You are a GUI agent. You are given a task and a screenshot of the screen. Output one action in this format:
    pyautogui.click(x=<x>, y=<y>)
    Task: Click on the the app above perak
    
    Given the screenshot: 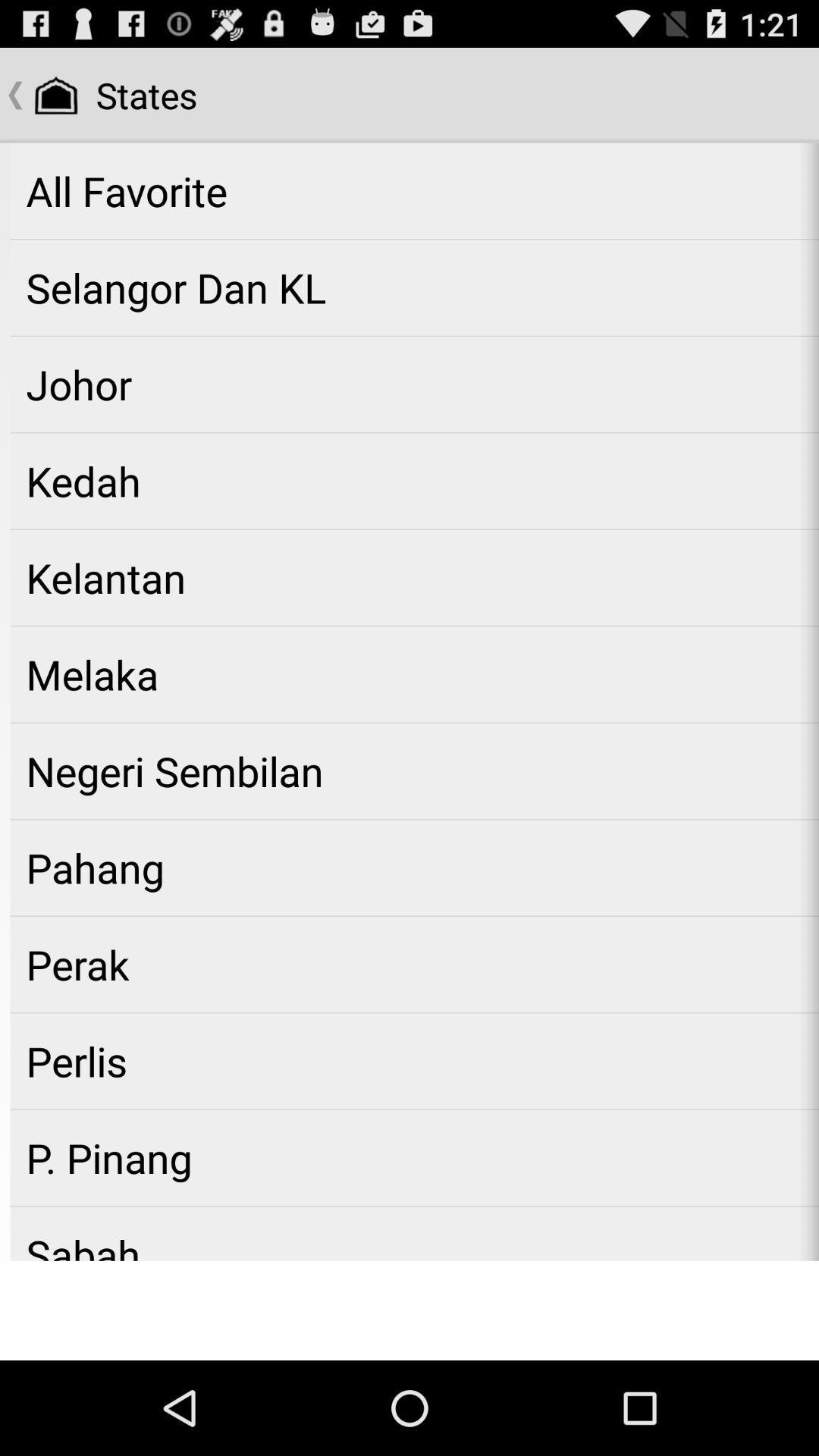 What is the action you would take?
    pyautogui.click(x=414, y=868)
    